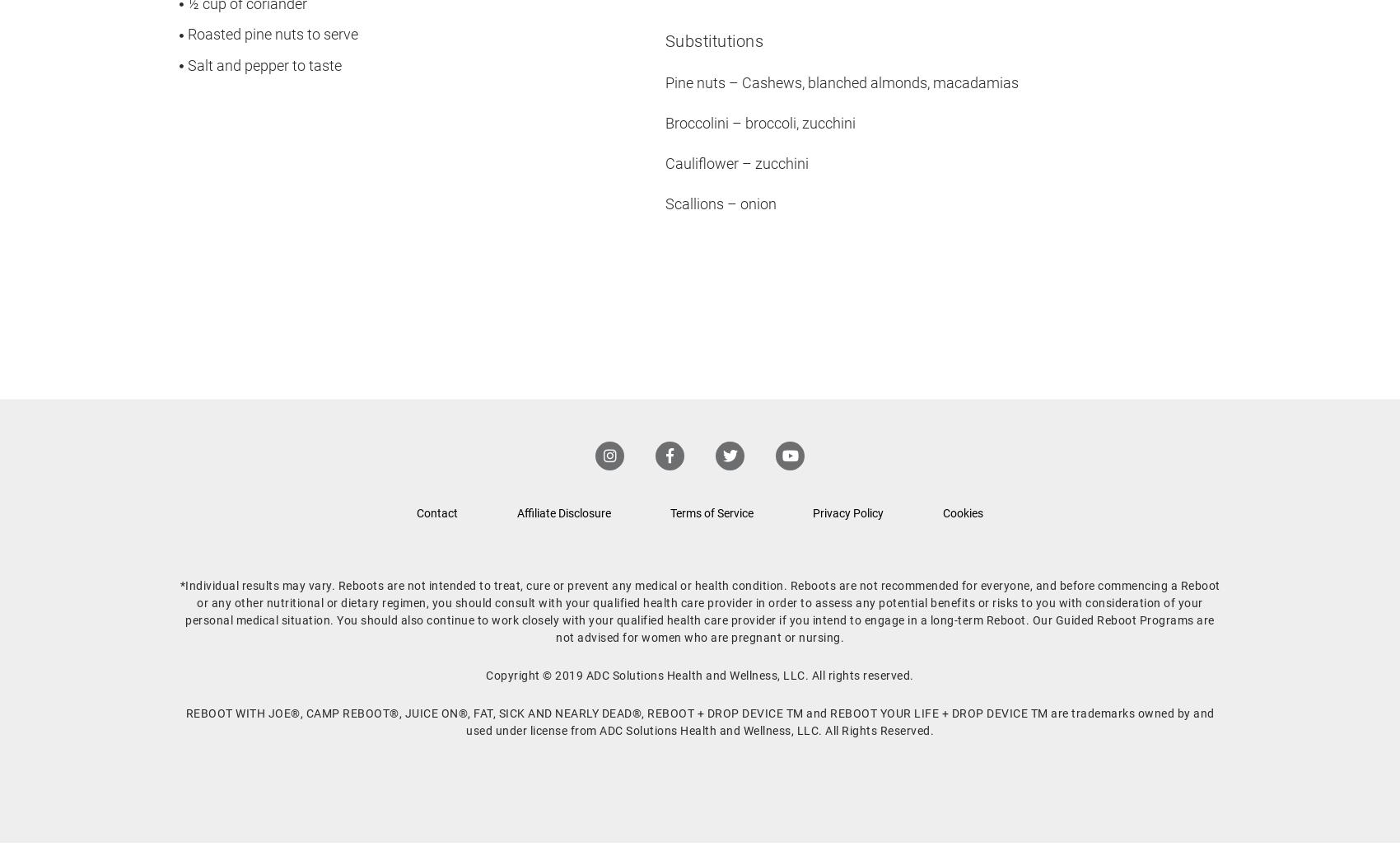 This screenshot has height=856, width=1400. Describe the element at coordinates (698, 674) in the screenshot. I see `'Copyright © 2019 ADC Solutions Health and Wellness, LLC. All rights reserved.'` at that location.